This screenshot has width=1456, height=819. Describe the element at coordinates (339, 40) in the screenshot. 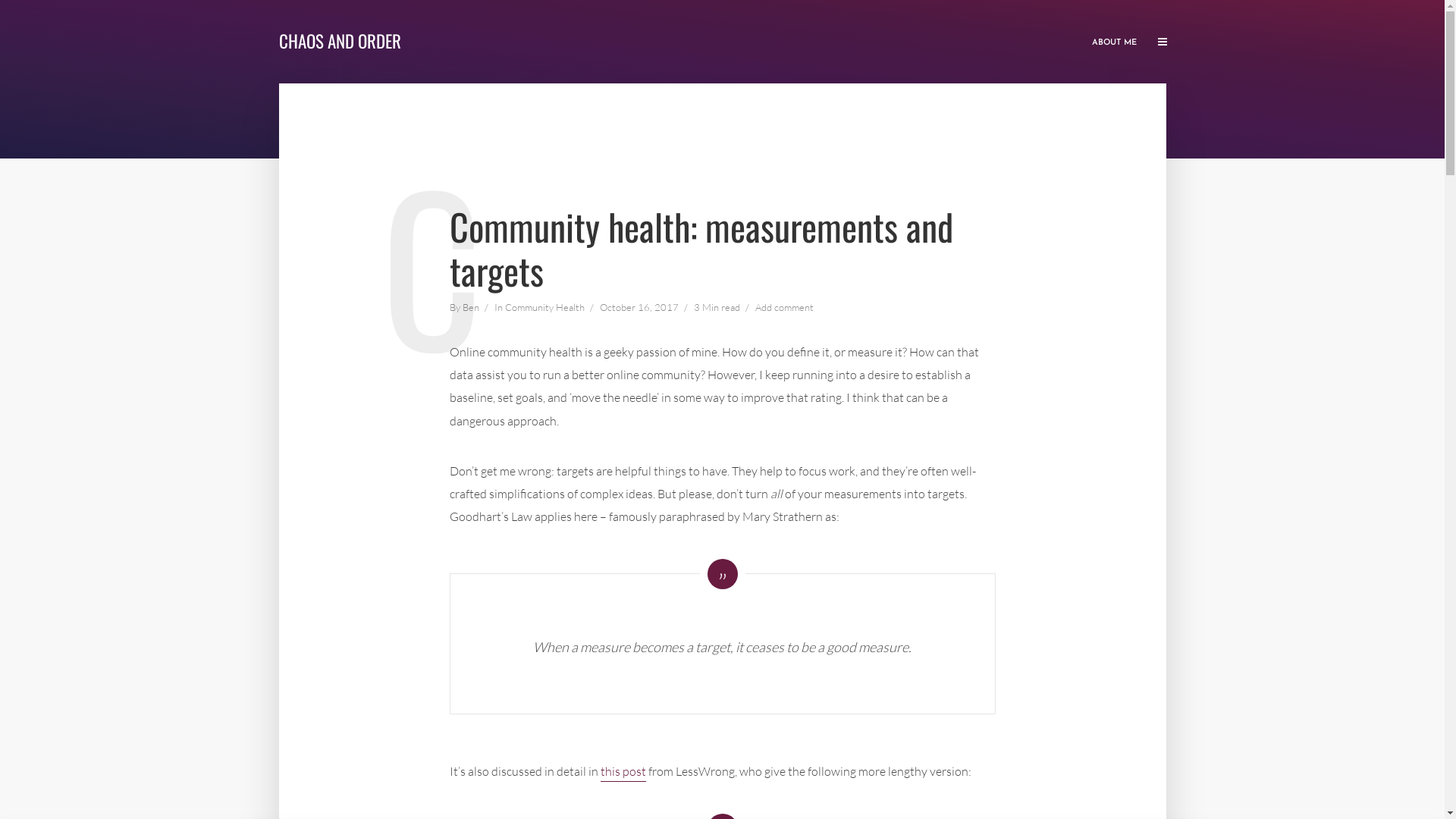

I see `'CHAOS AND ORDER'` at that location.